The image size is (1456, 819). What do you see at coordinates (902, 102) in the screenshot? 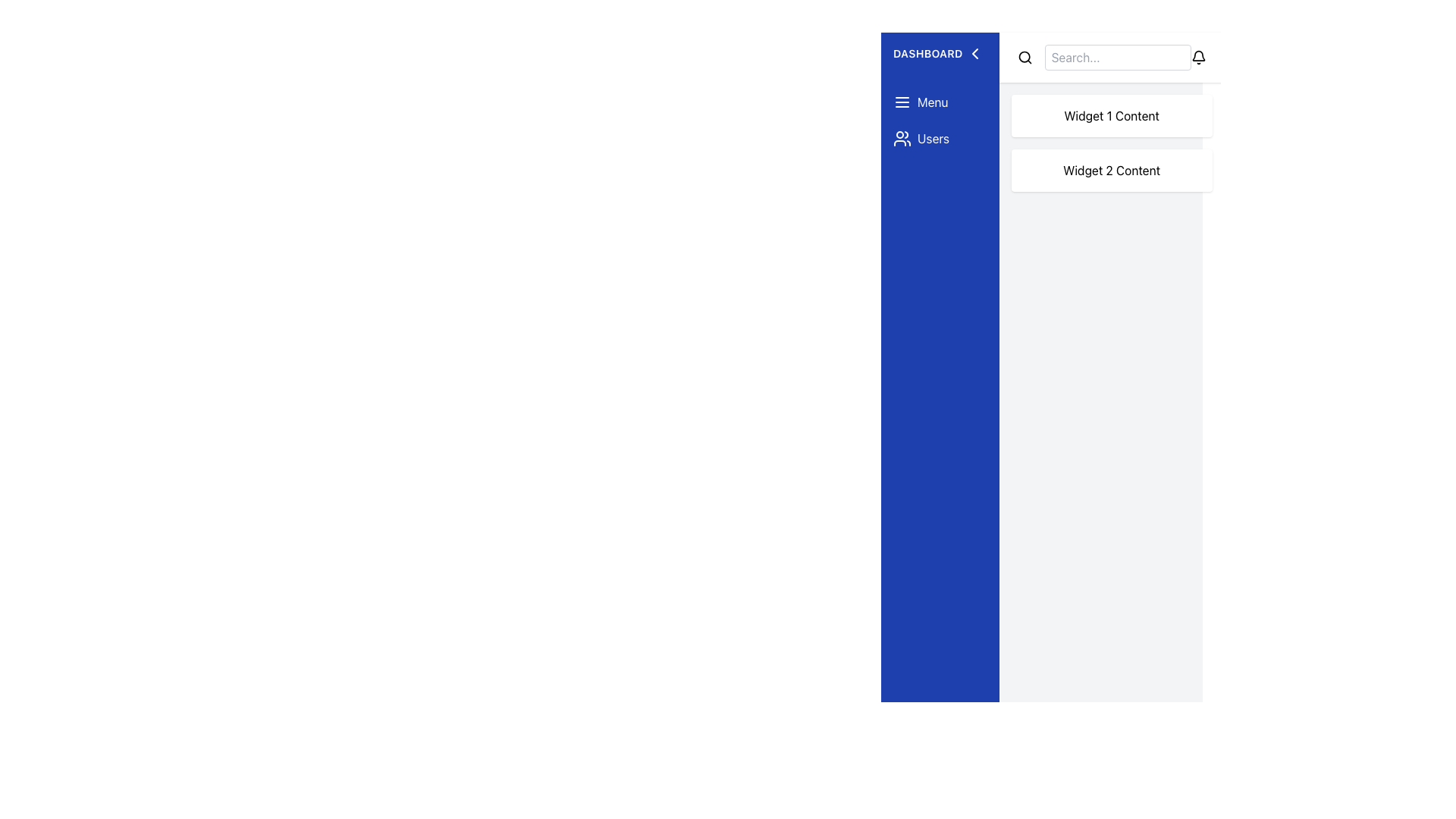
I see `the menu icon consisting of three horizontal lines located in the blue navigation panel` at bounding box center [902, 102].